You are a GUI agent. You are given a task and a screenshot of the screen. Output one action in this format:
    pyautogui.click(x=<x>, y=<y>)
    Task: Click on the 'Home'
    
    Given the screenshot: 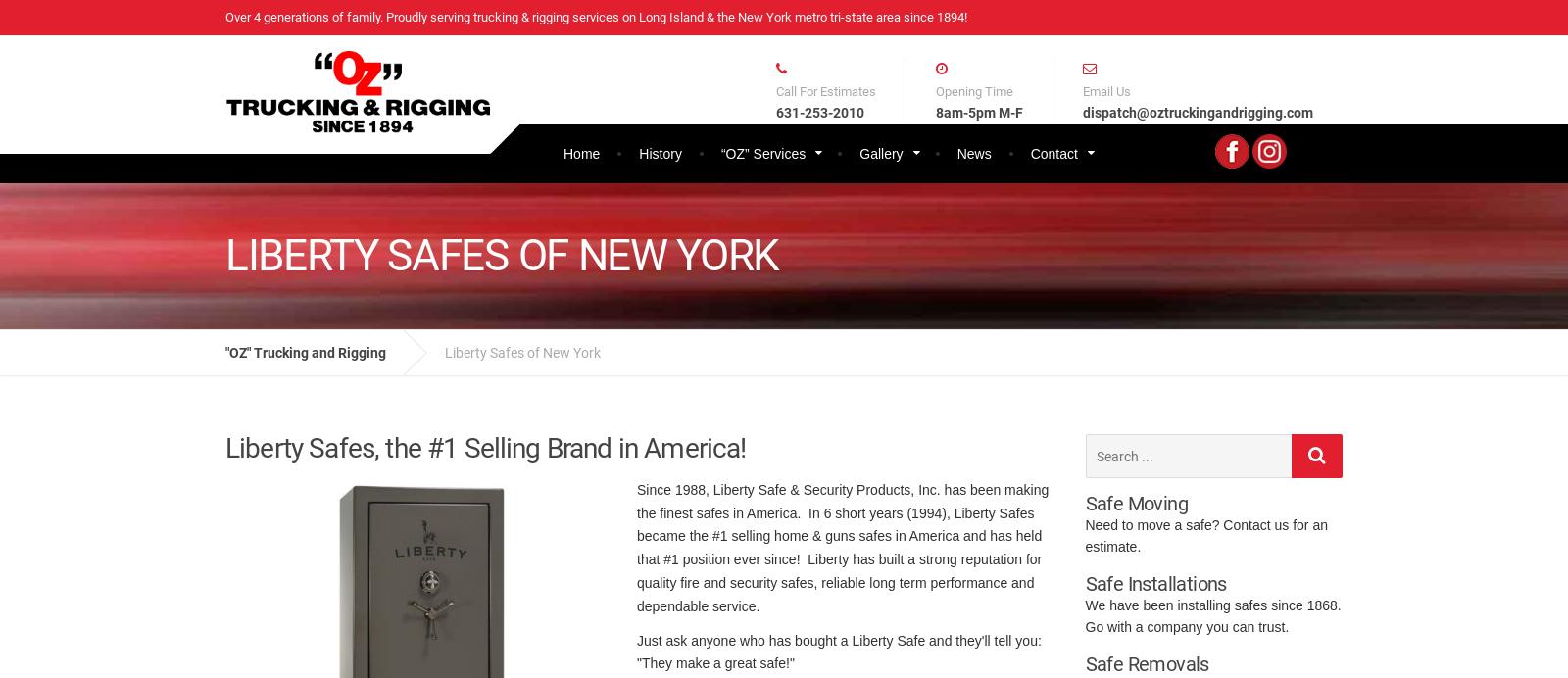 What is the action you would take?
    pyautogui.click(x=580, y=151)
    